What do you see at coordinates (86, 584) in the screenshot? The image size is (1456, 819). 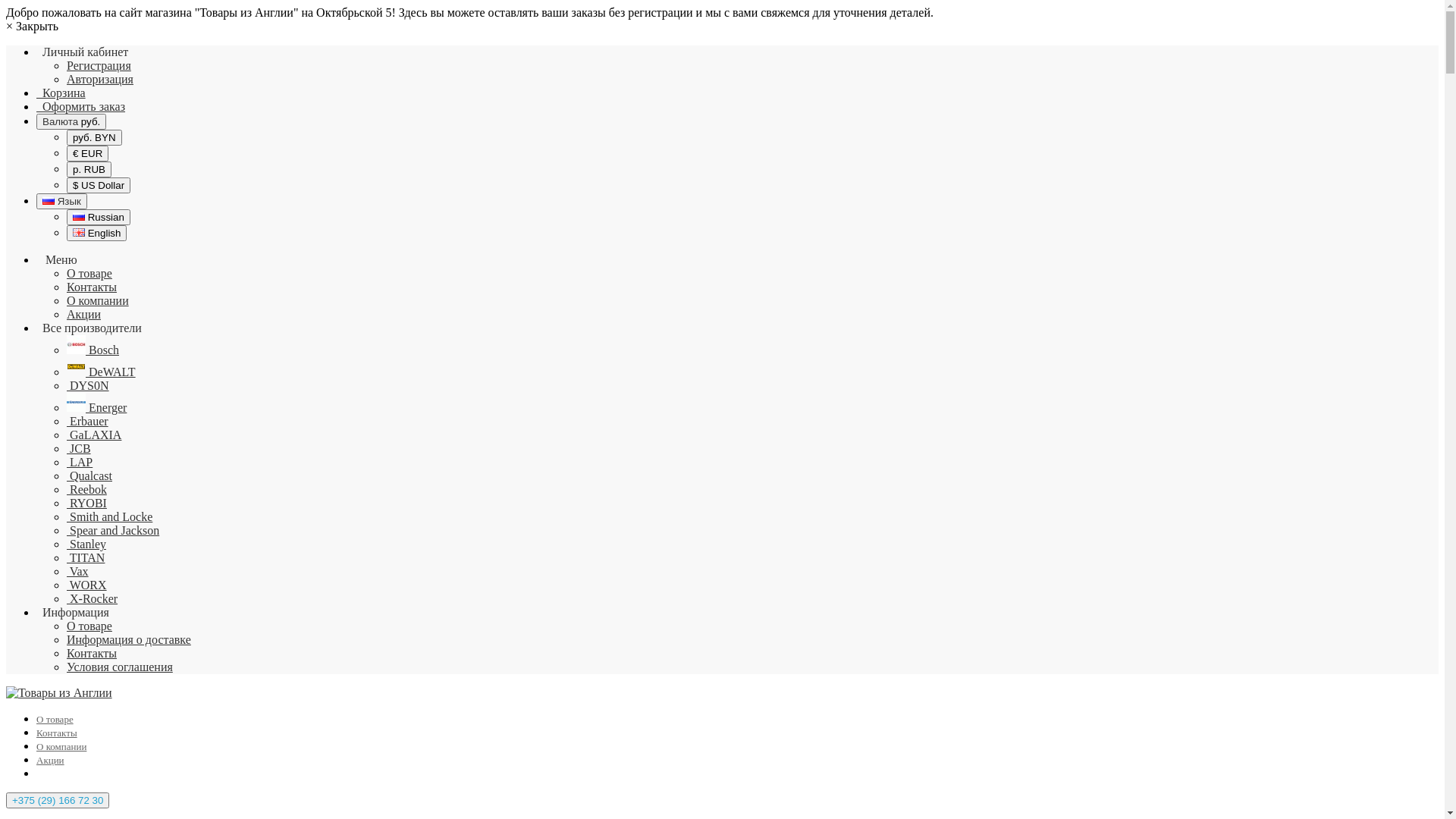 I see `'WORX'` at bounding box center [86, 584].